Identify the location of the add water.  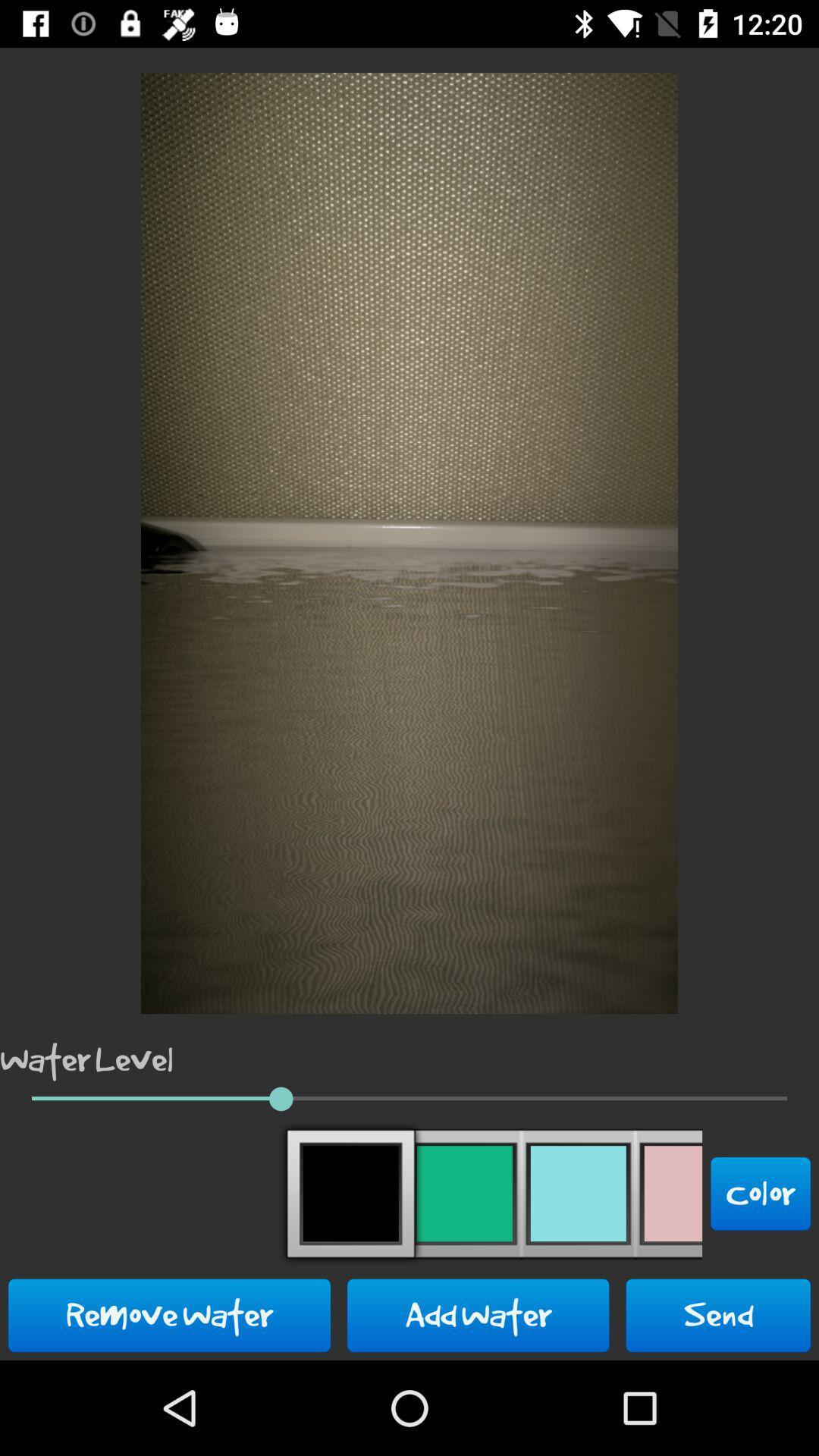
(478, 1314).